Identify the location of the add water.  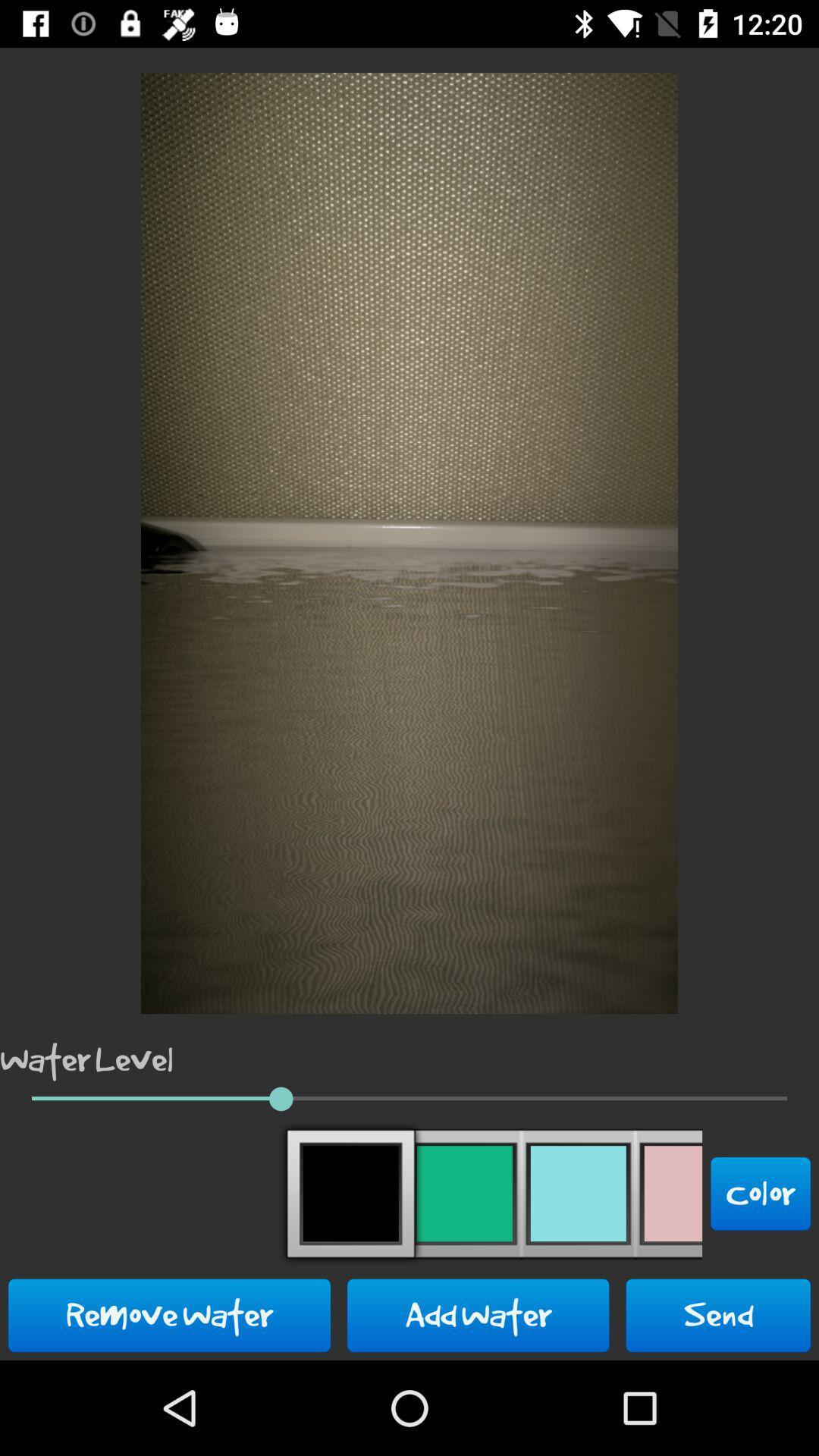
(478, 1314).